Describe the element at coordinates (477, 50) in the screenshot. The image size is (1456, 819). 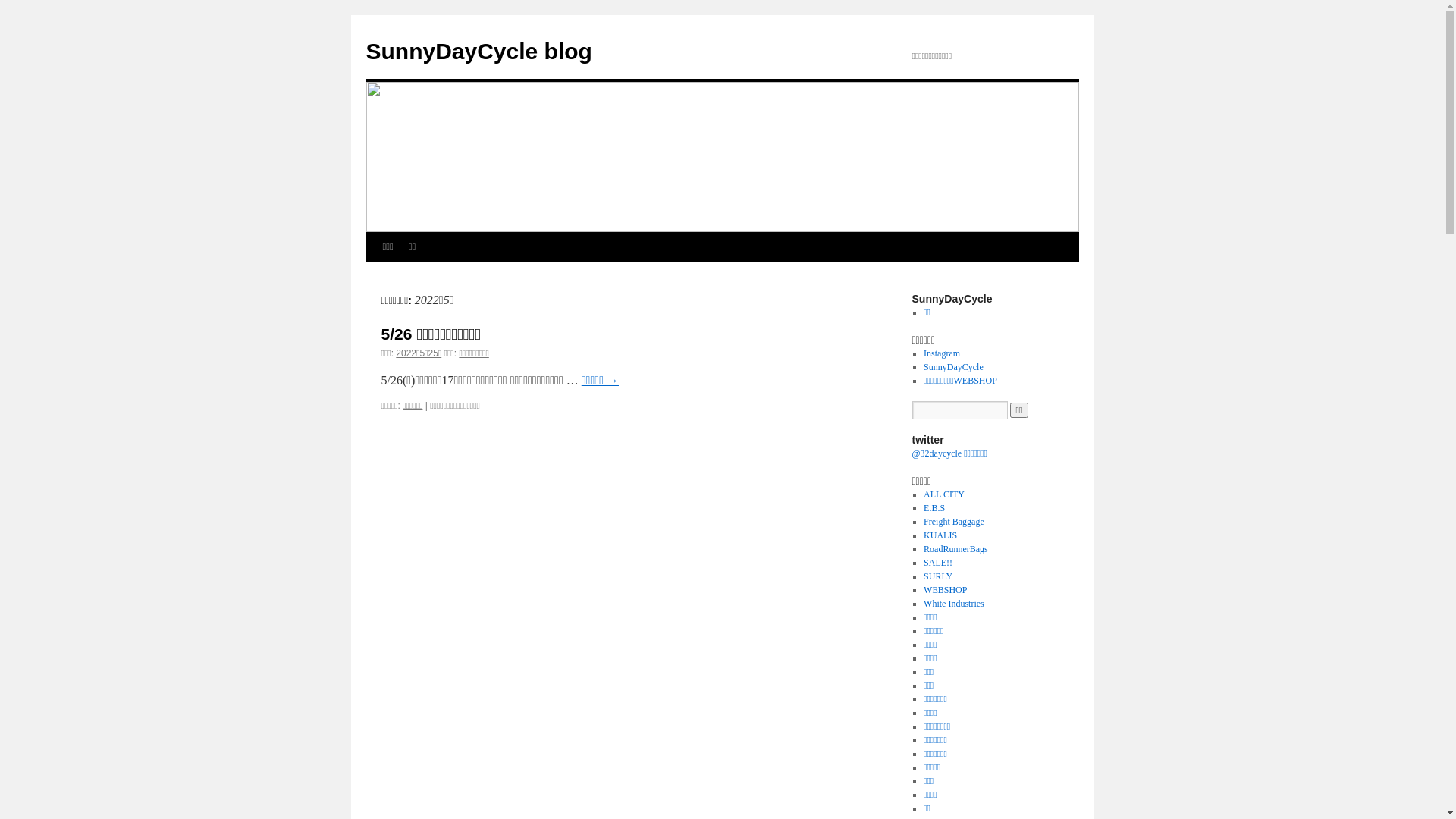
I see `'SunnyDayCycle blog'` at that location.